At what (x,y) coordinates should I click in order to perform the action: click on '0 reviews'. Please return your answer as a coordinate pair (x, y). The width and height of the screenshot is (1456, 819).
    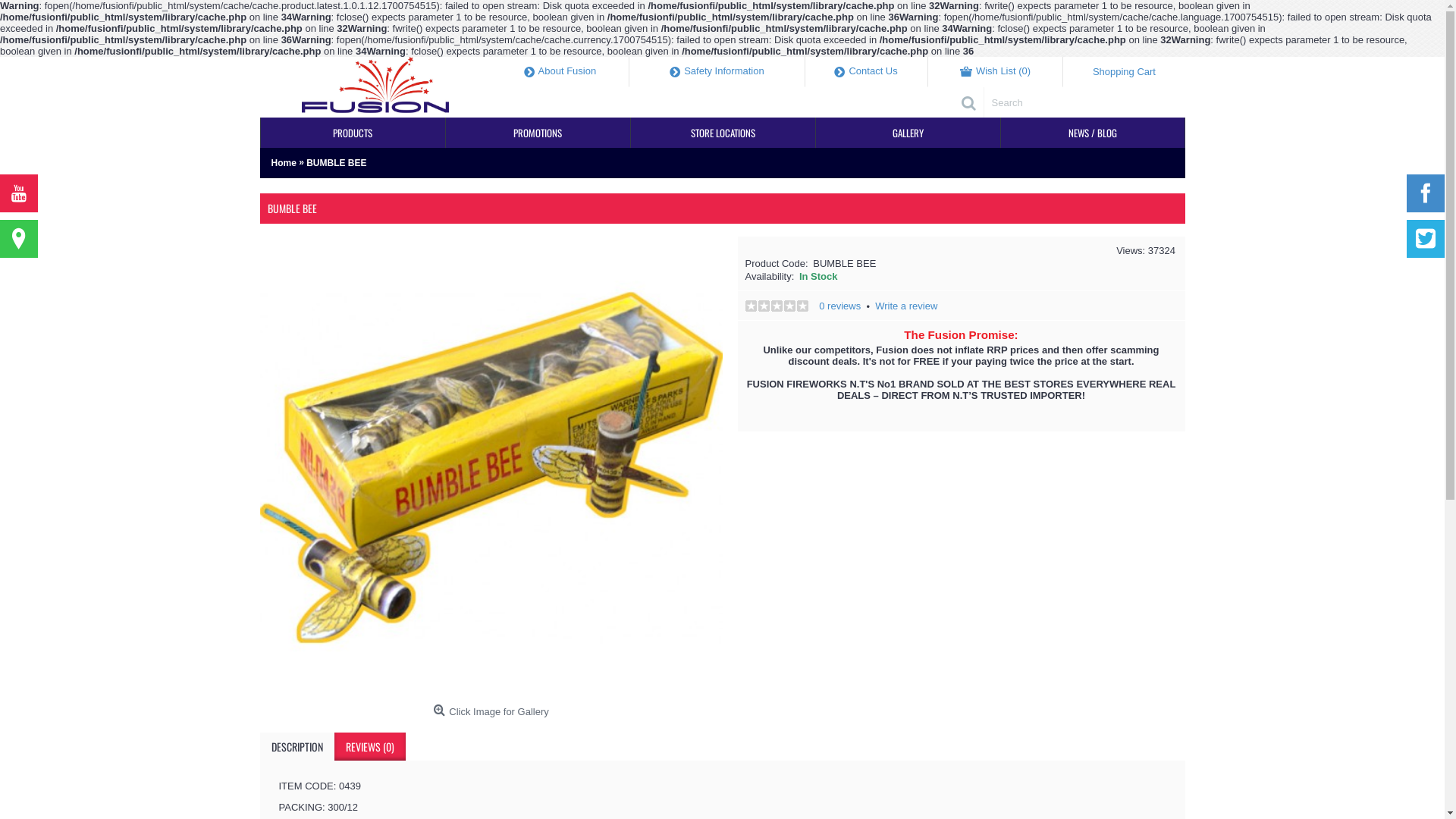
    Looking at the image, I should click on (839, 306).